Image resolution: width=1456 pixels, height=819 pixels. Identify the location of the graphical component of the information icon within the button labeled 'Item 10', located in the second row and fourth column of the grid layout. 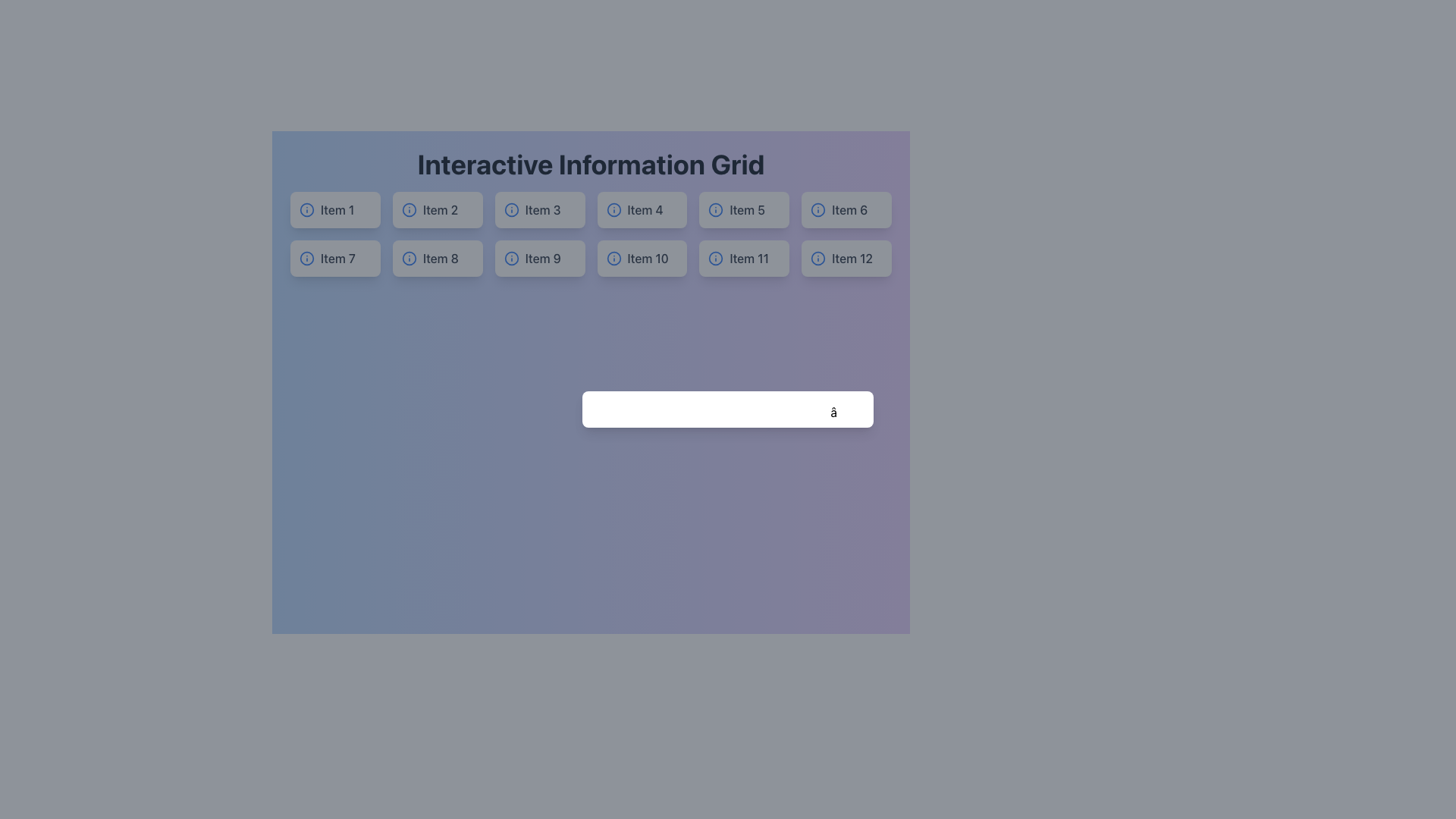
(613, 257).